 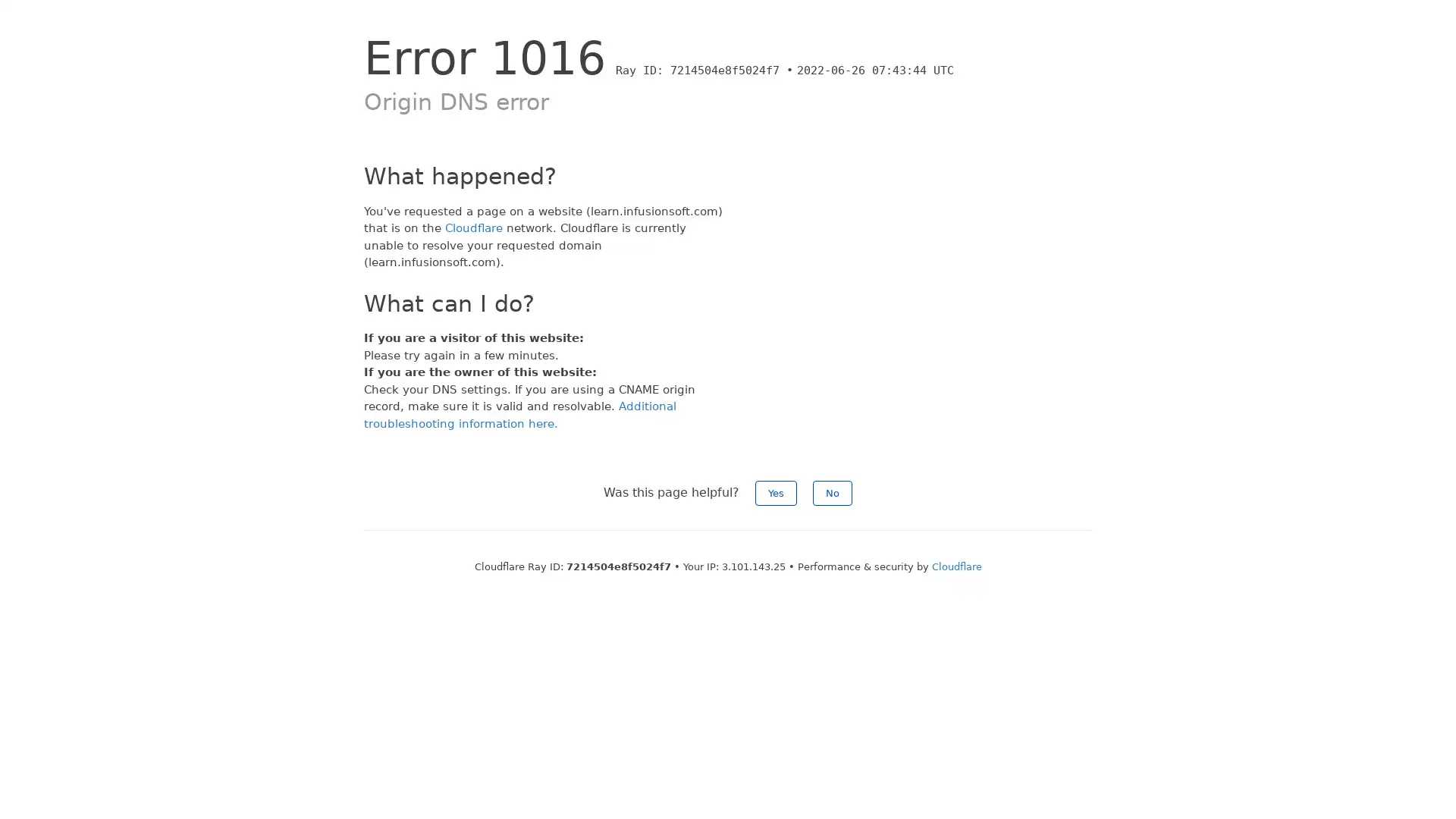 What do you see at coordinates (832, 493) in the screenshot?
I see `No` at bounding box center [832, 493].